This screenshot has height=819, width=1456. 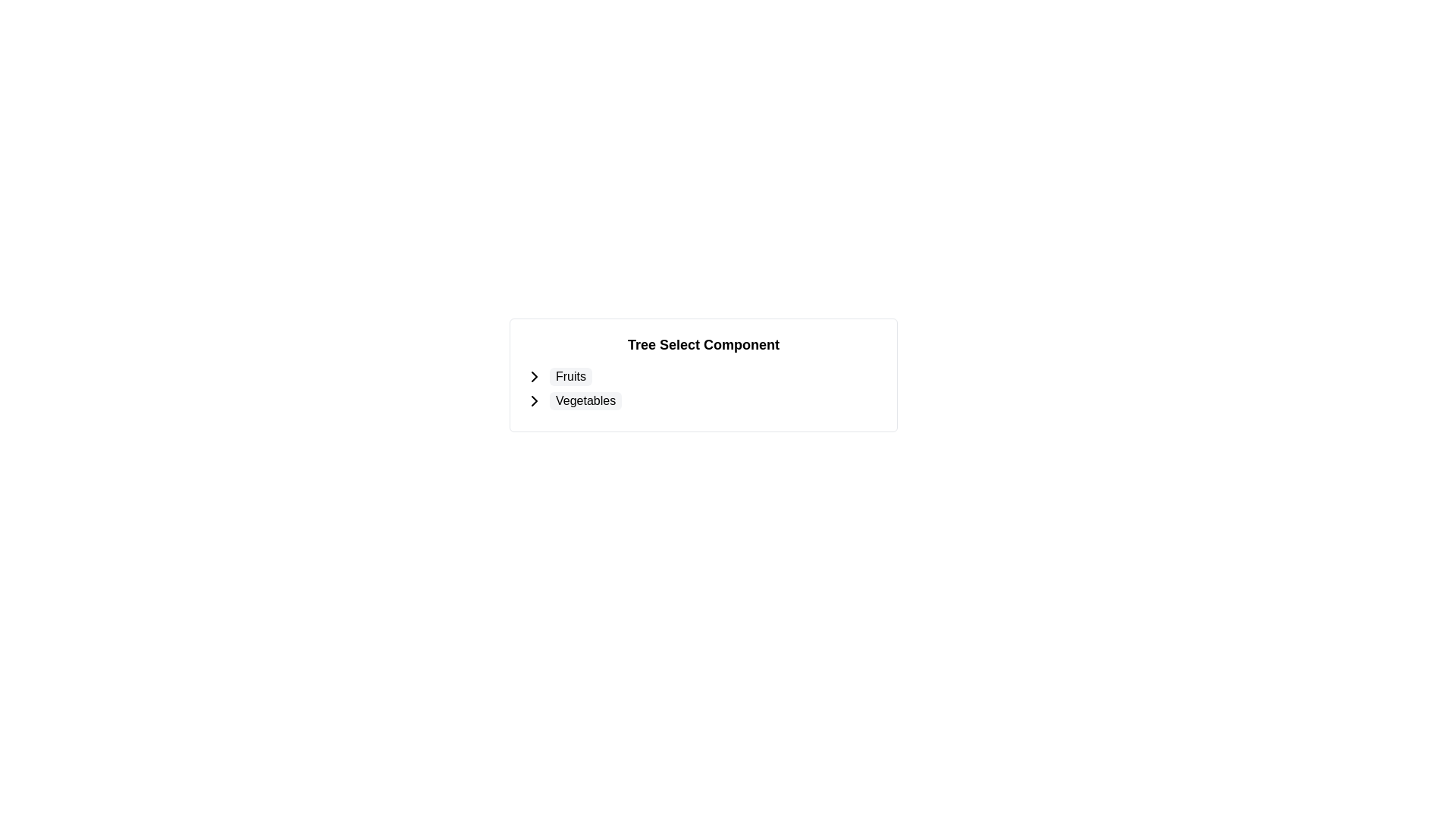 What do you see at coordinates (535, 400) in the screenshot?
I see `the small chevron-shaped icon with a rightward-pointing arrow that is located to the immediate left of the text 'Vegetables' under the heading 'Tree Select Component'` at bounding box center [535, 400].